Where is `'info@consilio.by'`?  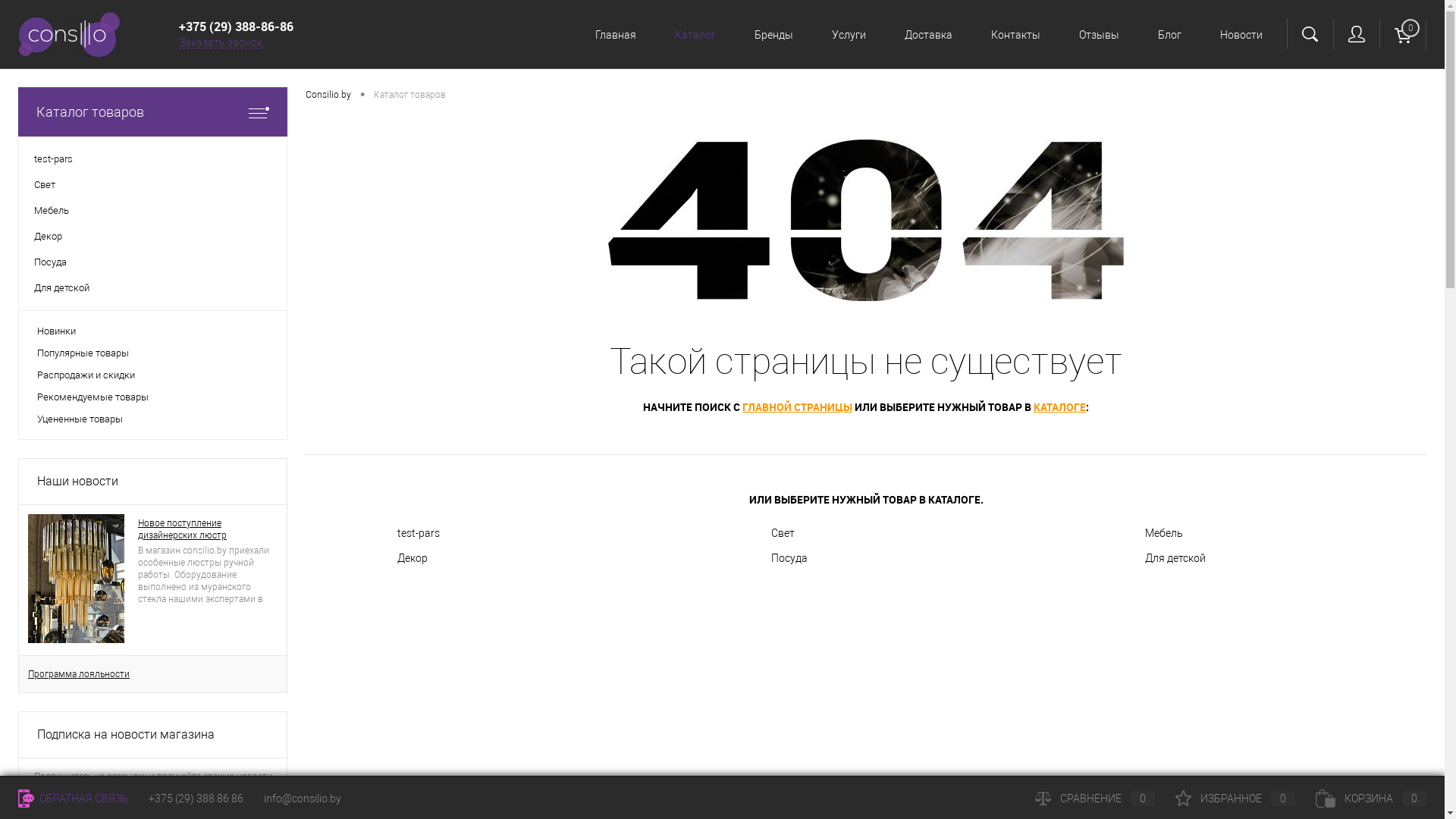
'info@consilio.by' is located at coordinates (302, 798).